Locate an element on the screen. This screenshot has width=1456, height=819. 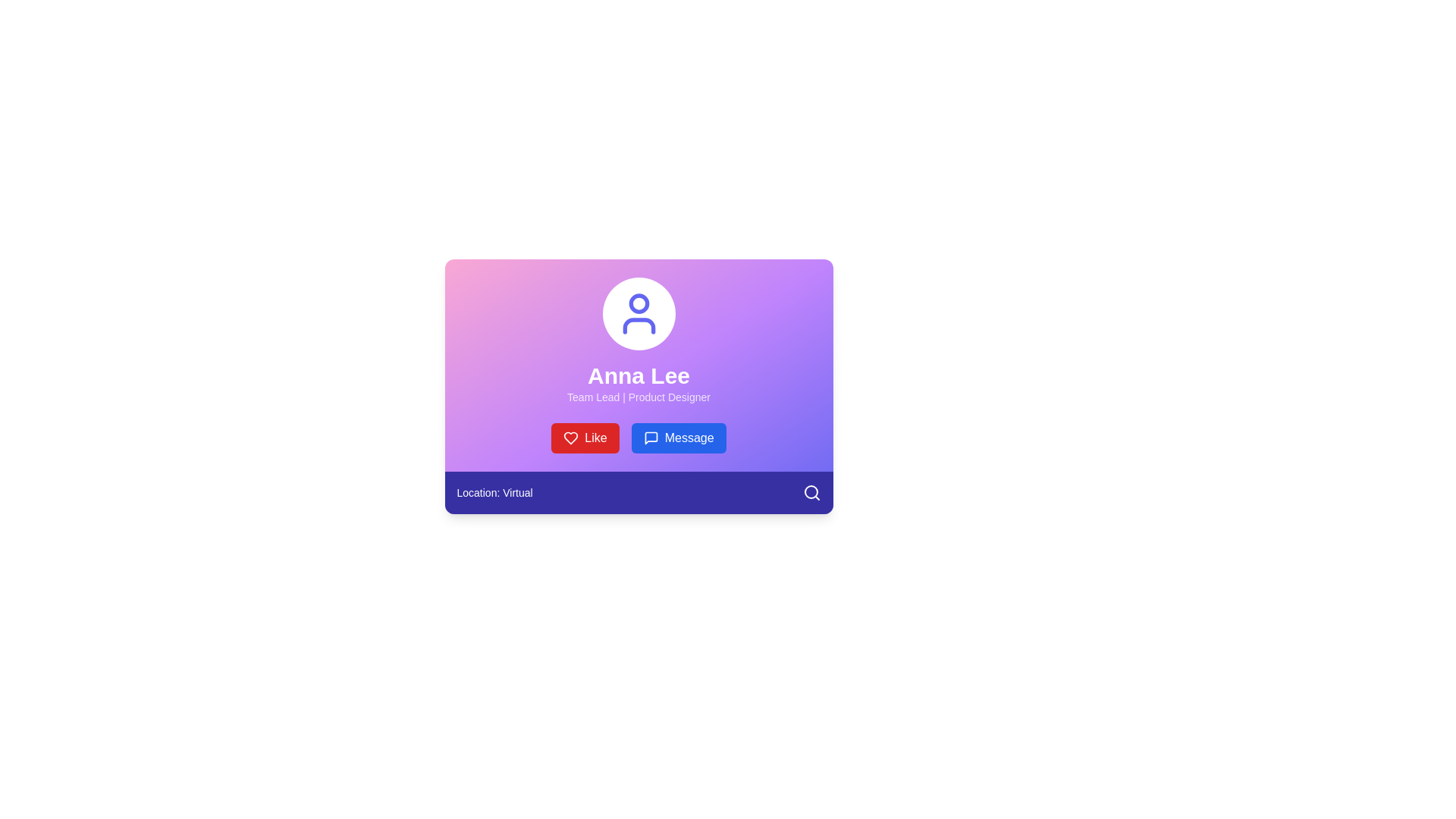
the speech bubble icon, which is a rounded square shape with a triangular tail, located inside the 'Message' button on the left side is located at coordinates (651, 438).